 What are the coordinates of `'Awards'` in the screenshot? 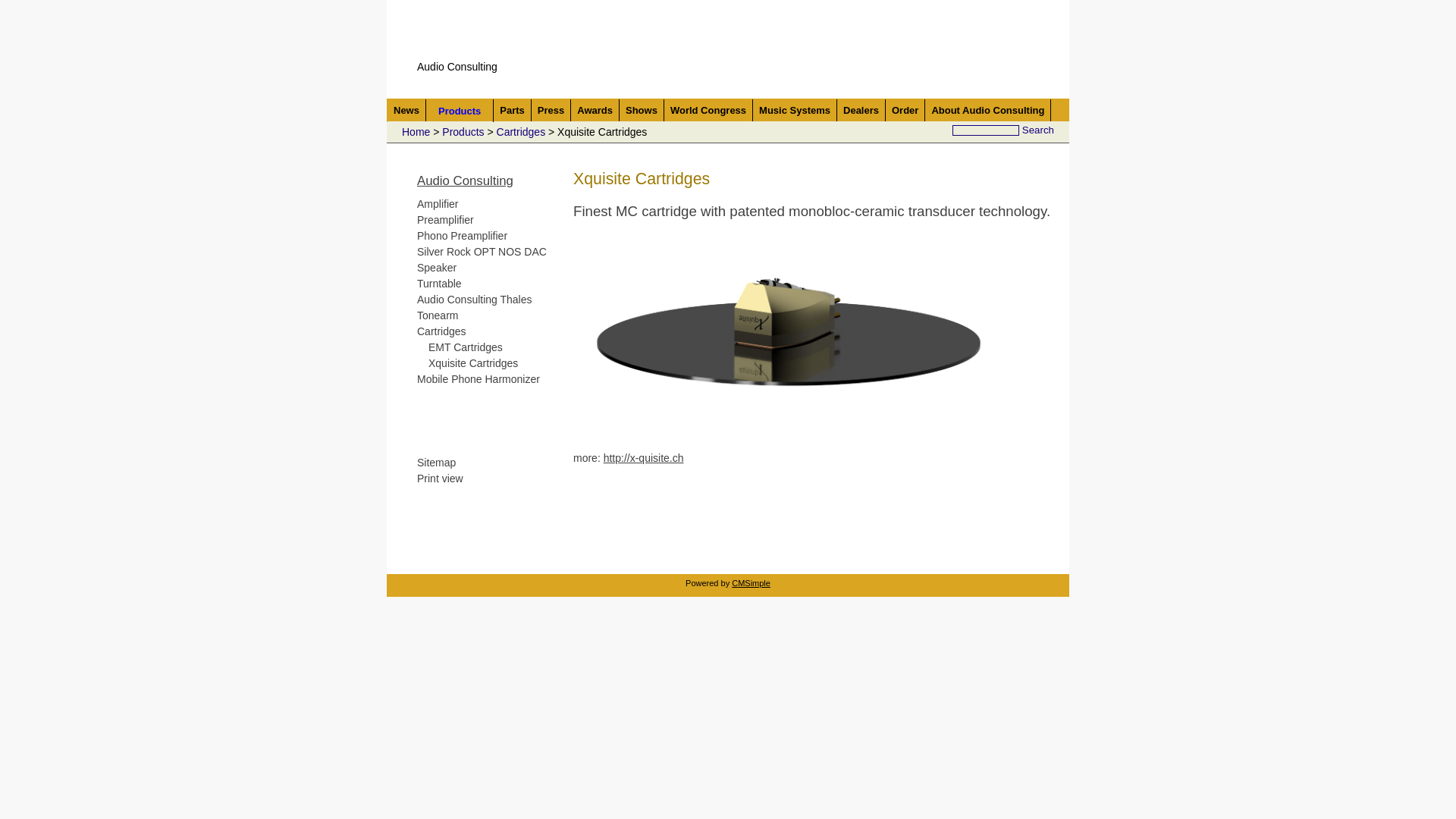 It's located at (594, 109).